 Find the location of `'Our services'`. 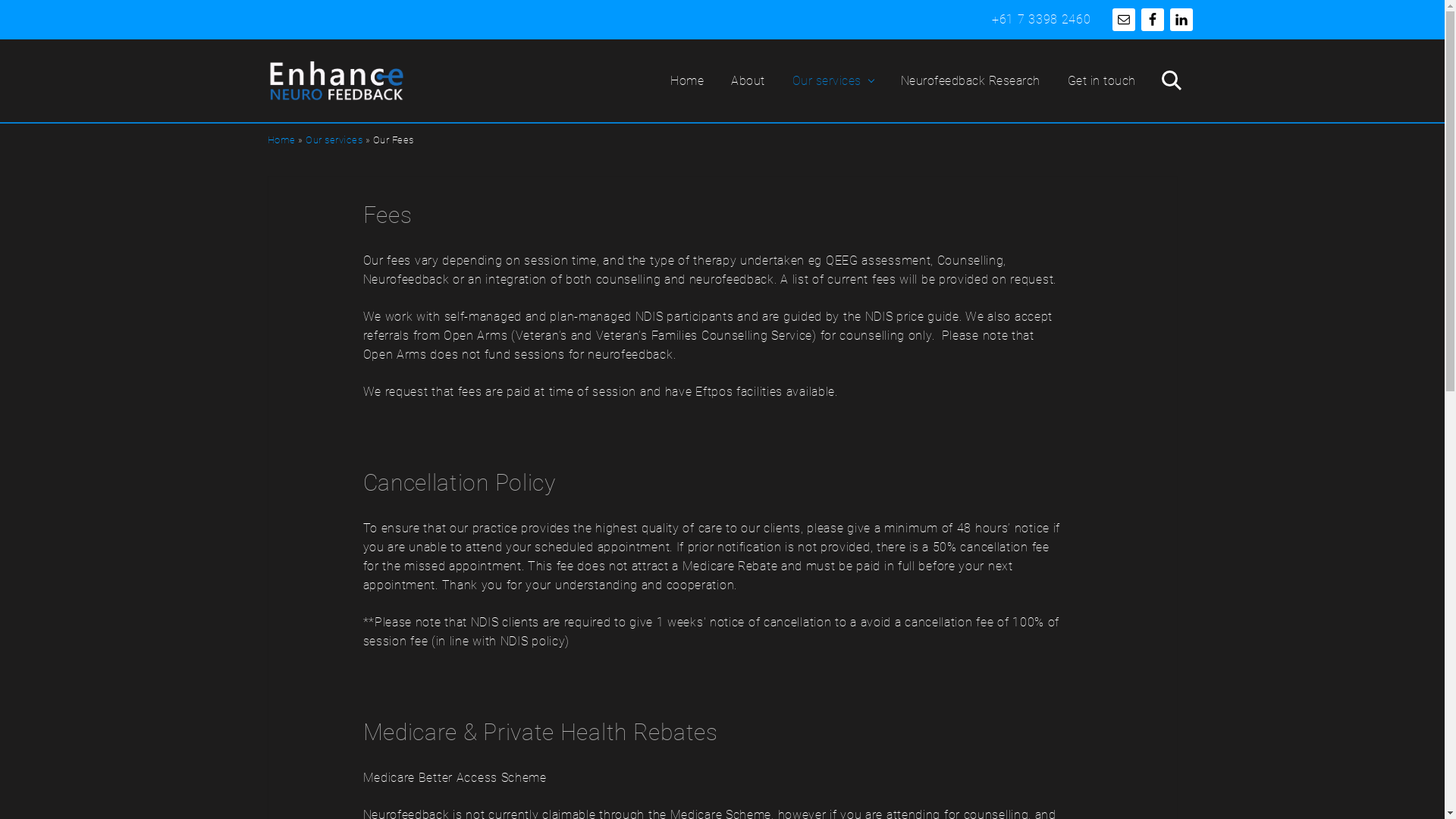

'Our services' is located at coordinates (333, 140).